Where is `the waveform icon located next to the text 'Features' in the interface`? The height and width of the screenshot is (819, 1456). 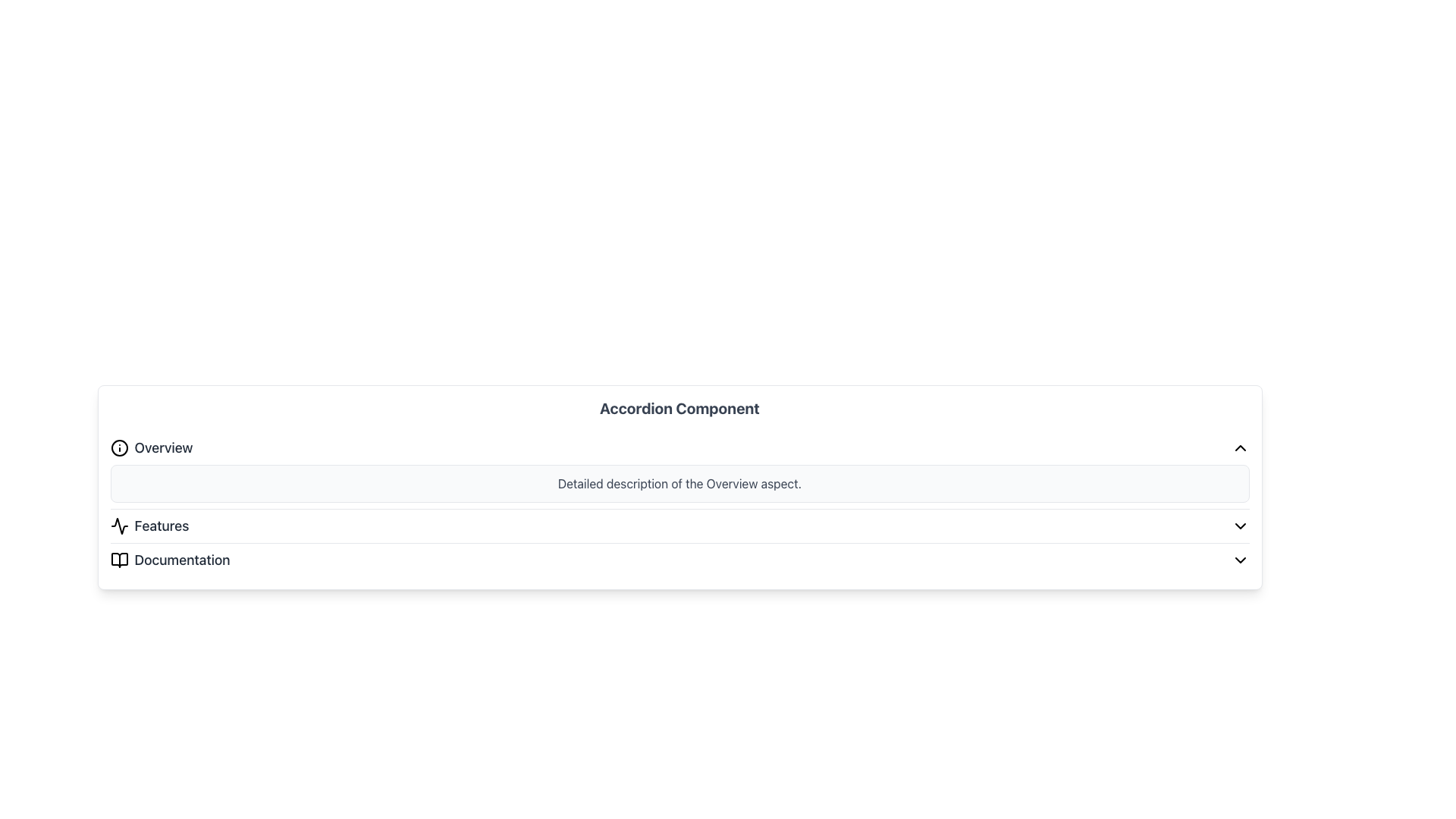 the waveform icon located next to the text 'Features' in the interface is located at coordinates (118, 526).